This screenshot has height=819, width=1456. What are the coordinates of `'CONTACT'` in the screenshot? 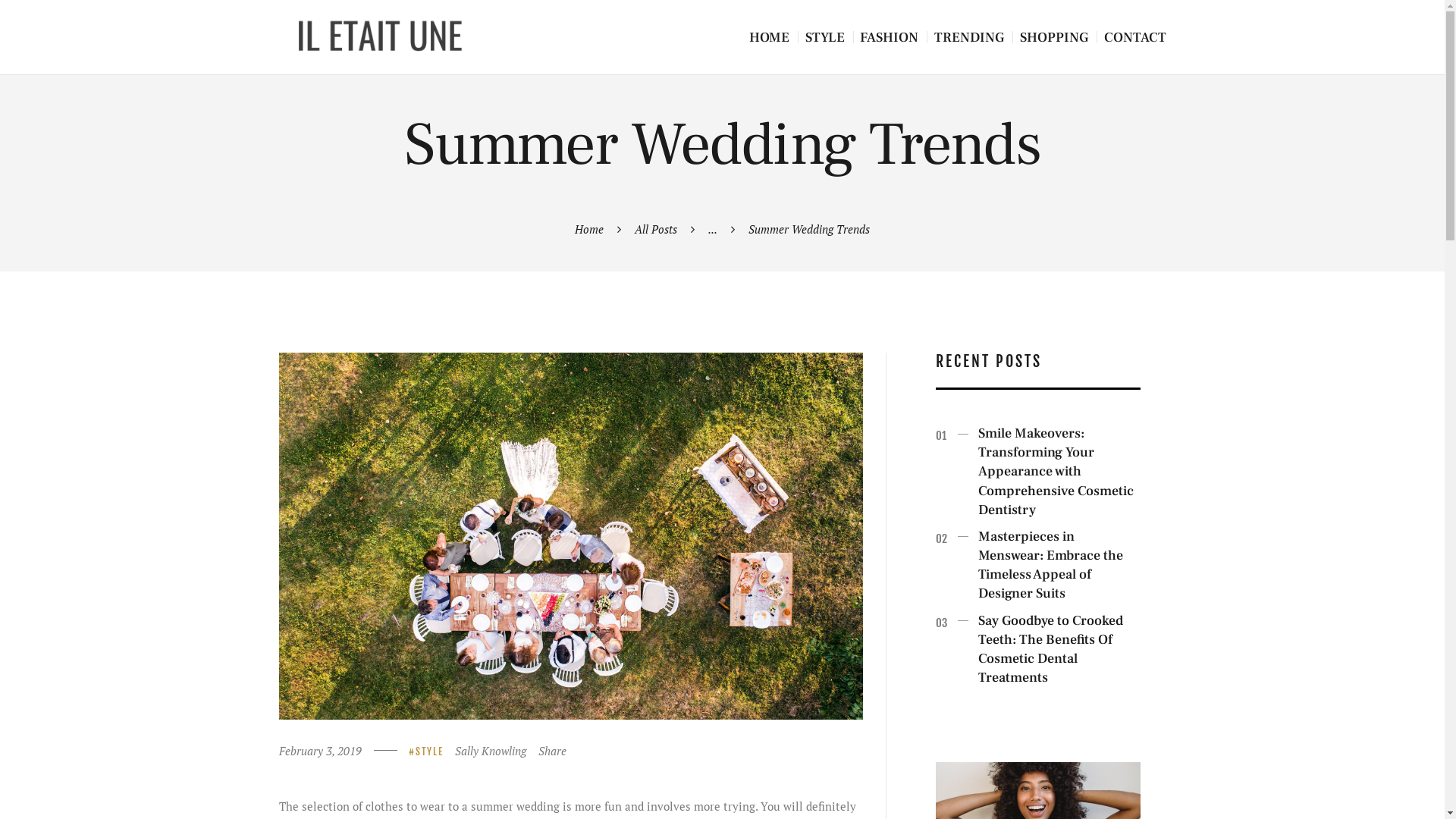 It's located at (1103, 36).